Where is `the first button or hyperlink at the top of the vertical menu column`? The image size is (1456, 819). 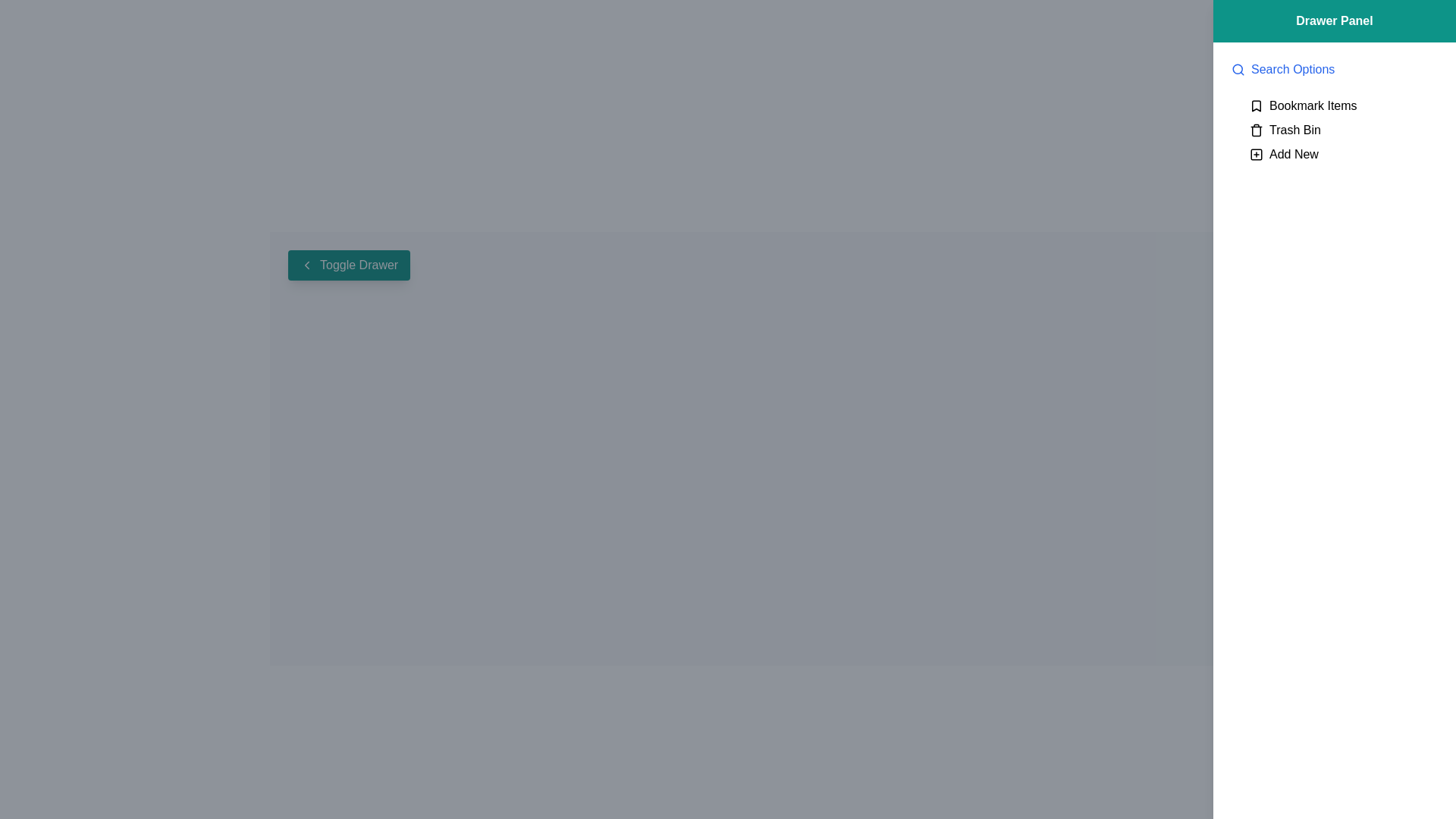 the first button or hyperlink at the top of the vertical menu column is located at coordinates (1282, 70).